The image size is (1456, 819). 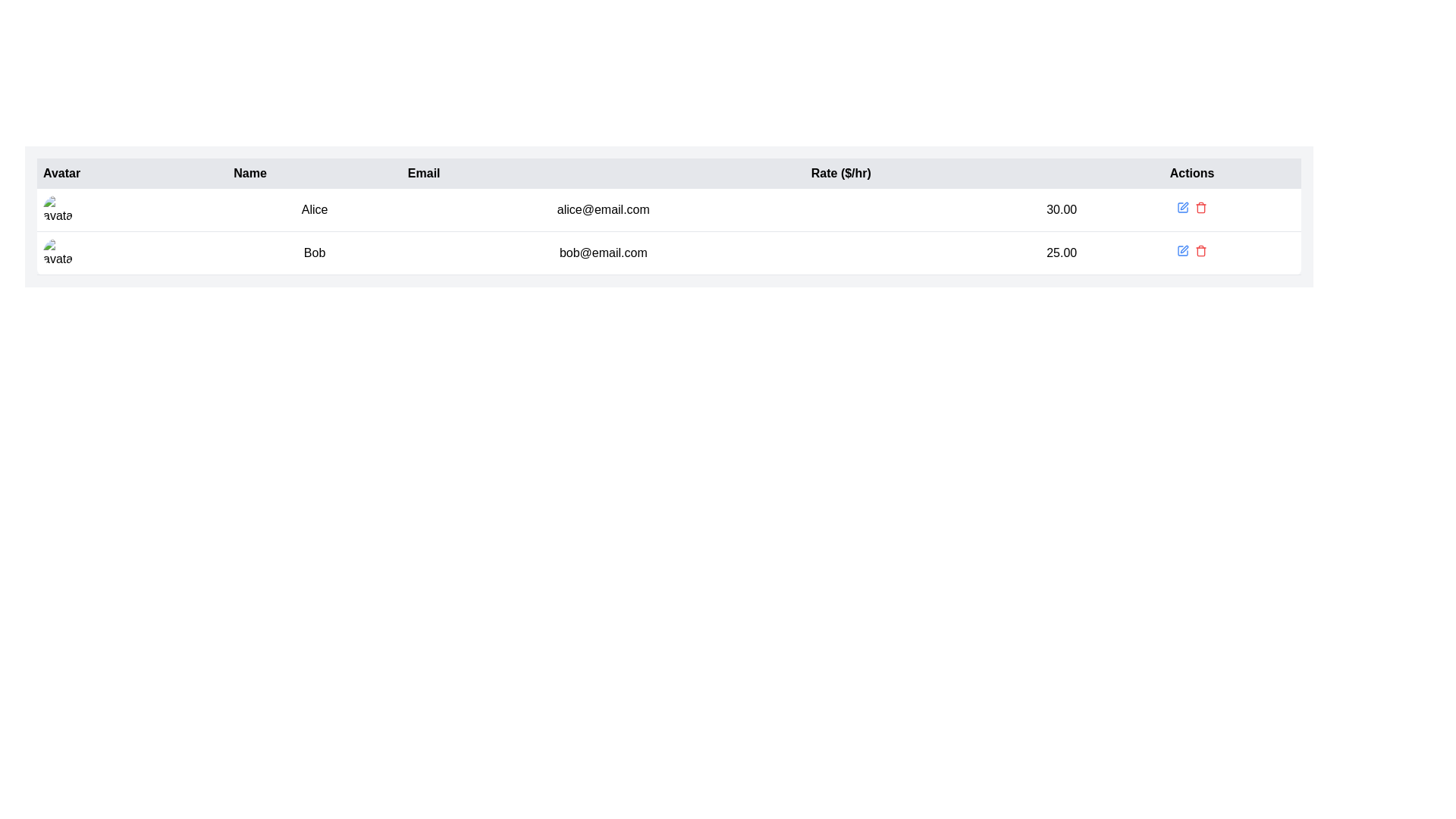 What do you see at coordinates (132, 210) in the screenshot?
I see `the avatar image component representing Alice, located in the 'Avatar' column of the table row` at bounding box center [132, 210].